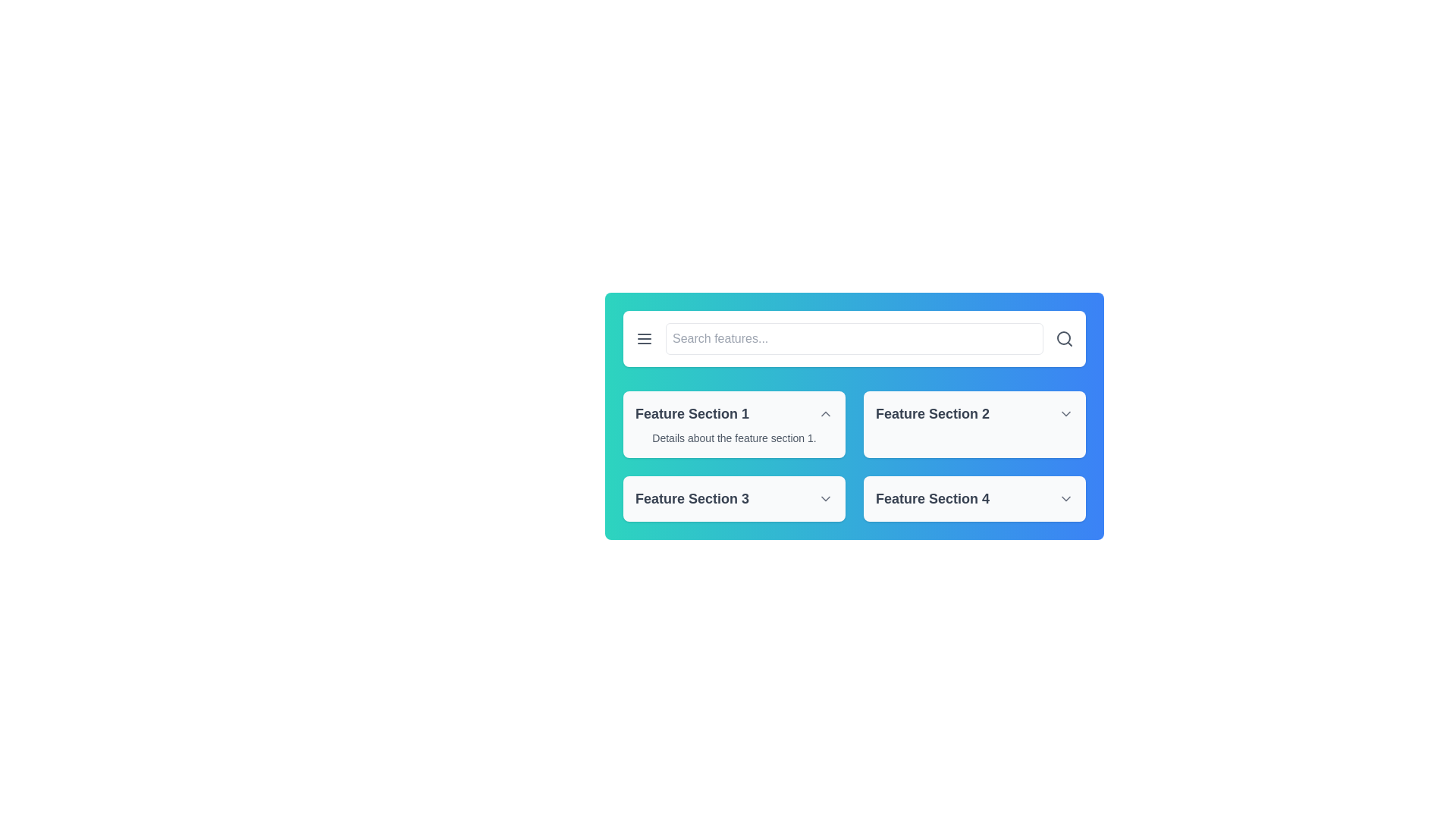  I want to click on the 'Feature Section 2' Collapsible Header/Dropdown Trigger, so click(974, 414).